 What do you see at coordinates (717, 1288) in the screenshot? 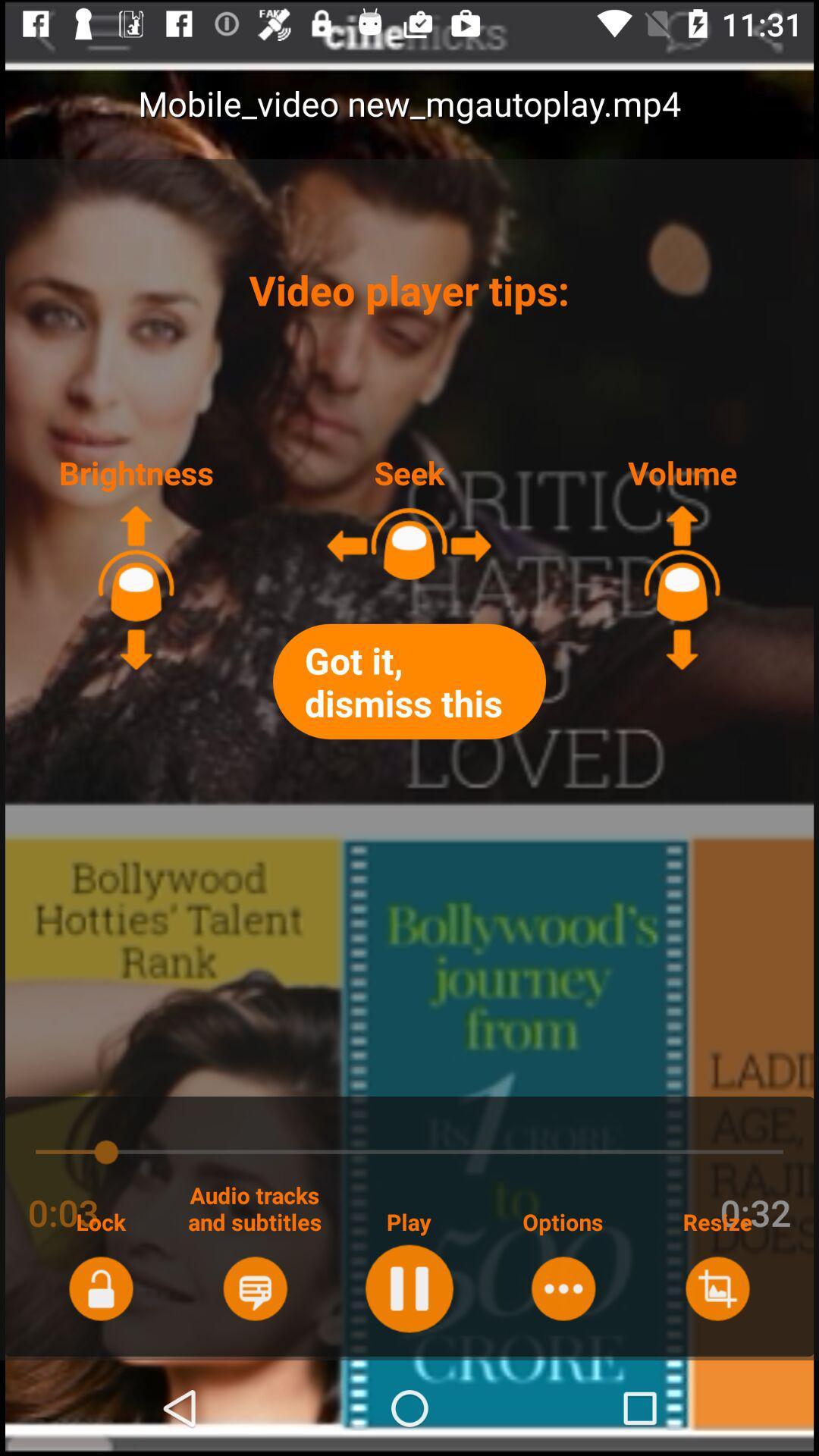
I see `resize` at bounding box center [717, 1288].